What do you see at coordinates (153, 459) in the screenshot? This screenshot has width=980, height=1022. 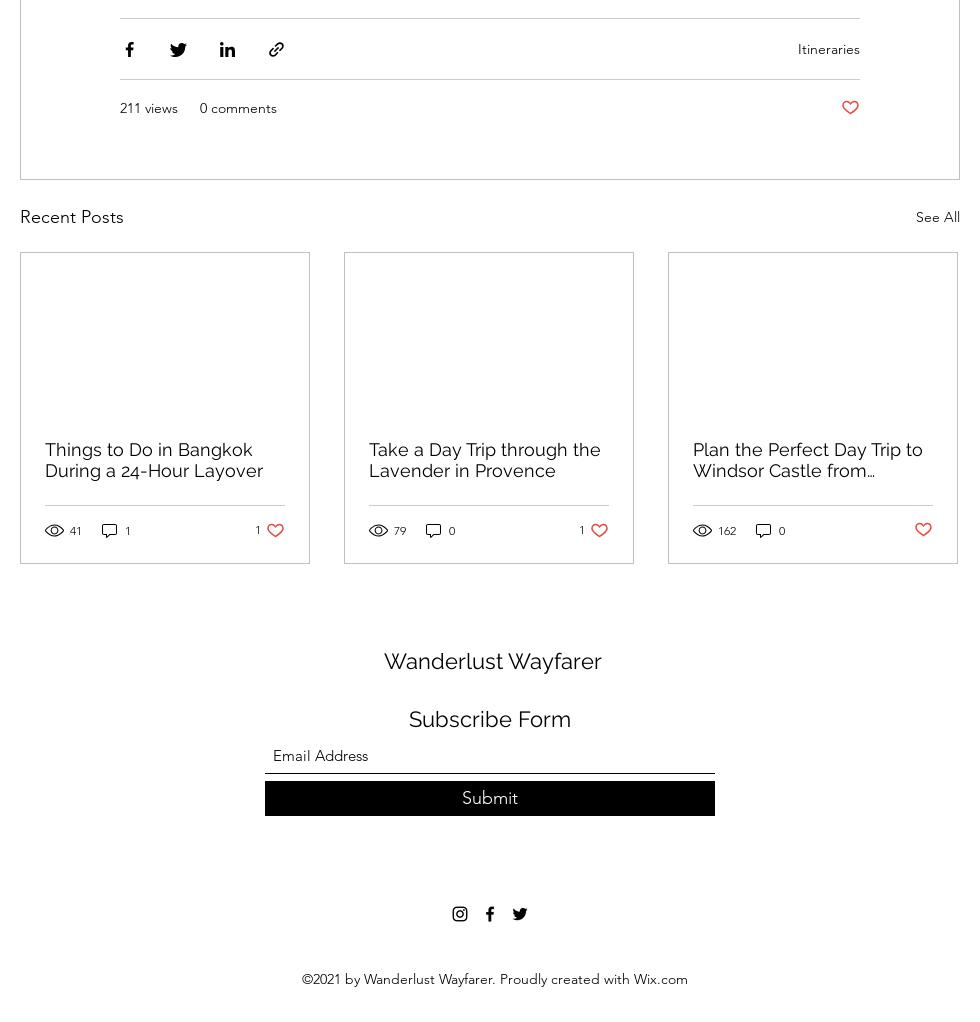 I see `'Things to Do in Bangkok During a 24-Hour Layover'` at bounding box center [153, 459].